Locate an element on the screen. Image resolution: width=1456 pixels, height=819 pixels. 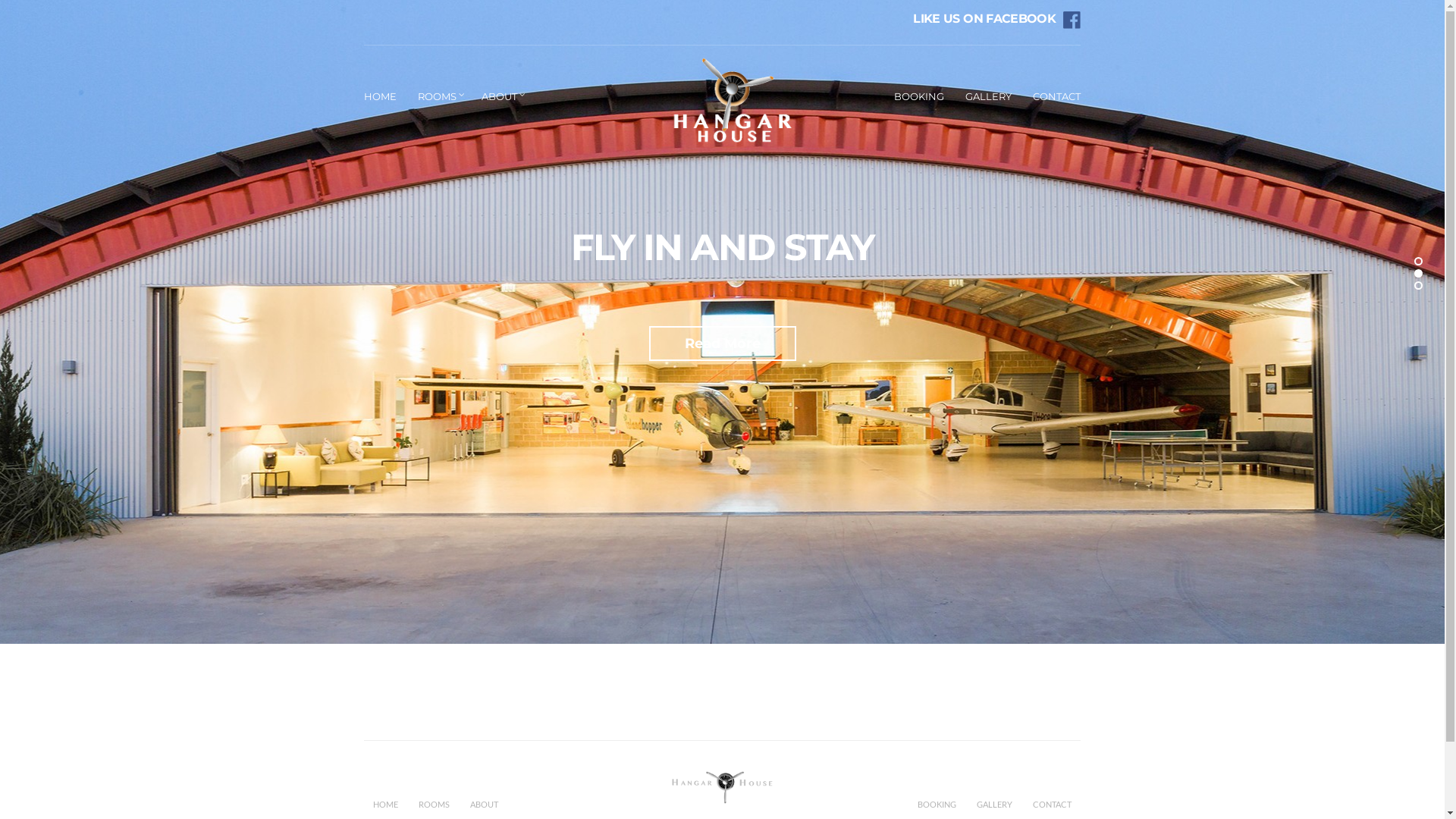
'ABOUT' is located at coordinates (483, 805).